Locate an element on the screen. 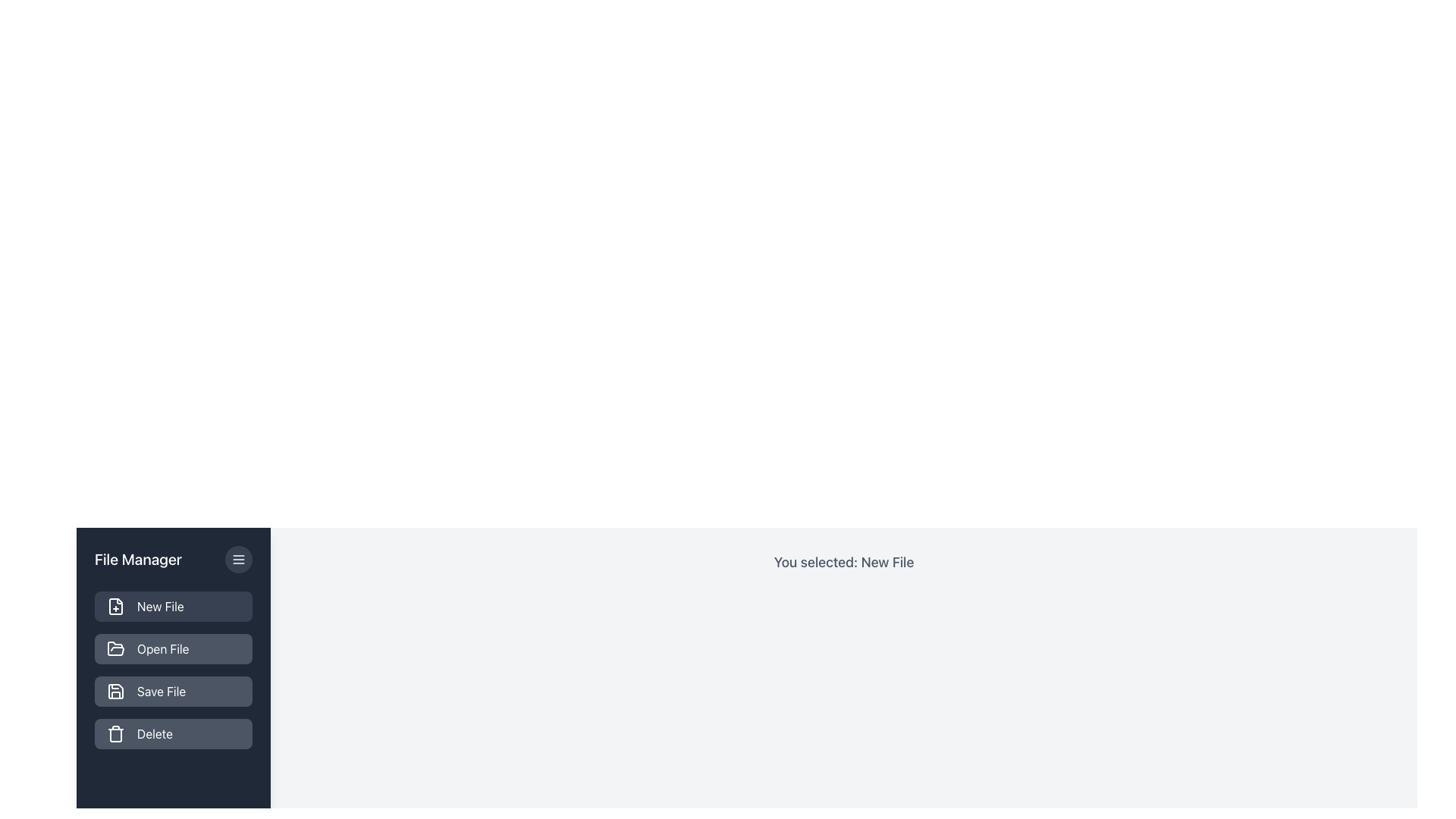 The width and height of the screenshot is (1456, 819). the 'Open File' icon located at the top-left corner of the left-hand navigation panel, which is represented as a vector graphic is located at coordinates (115, 648).